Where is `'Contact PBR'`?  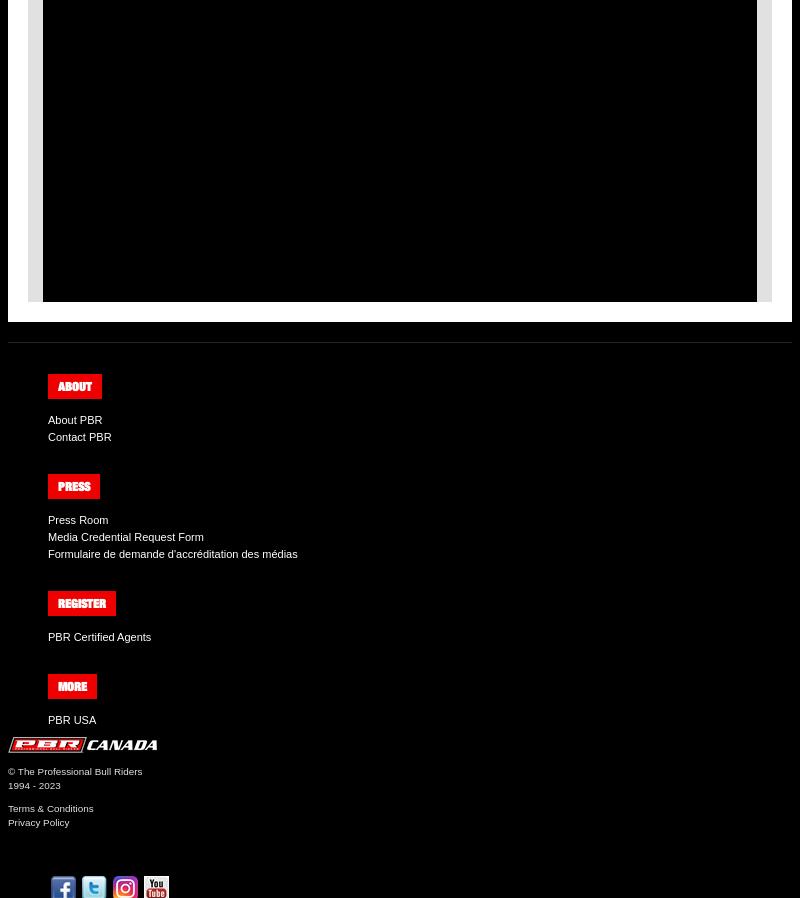
'Contact PBR' is located at coordinates (79, 435).